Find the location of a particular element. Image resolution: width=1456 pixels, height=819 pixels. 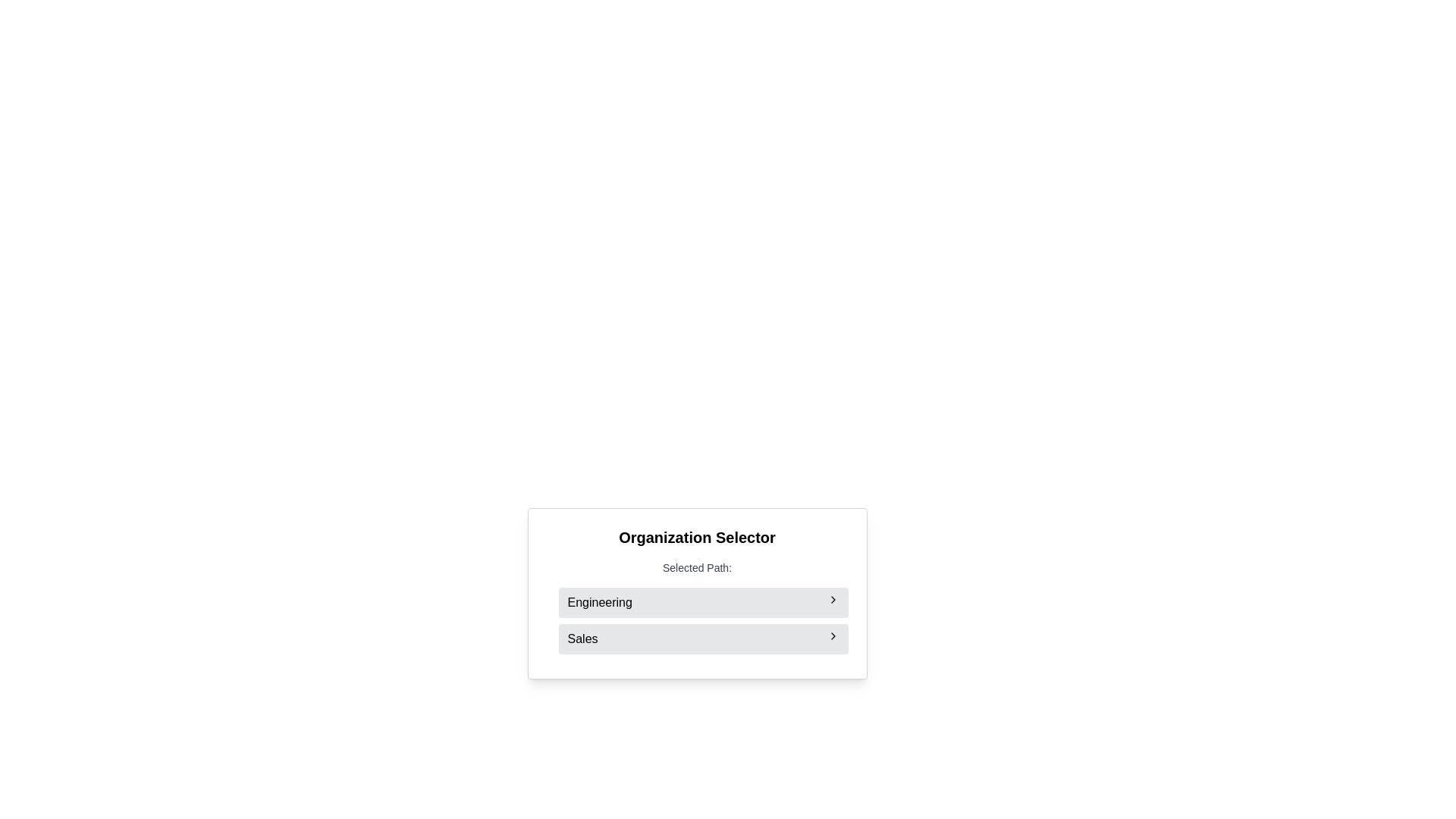

the first selectable button in the 'EngineeringSales' group is located at coordinates (702, 601).